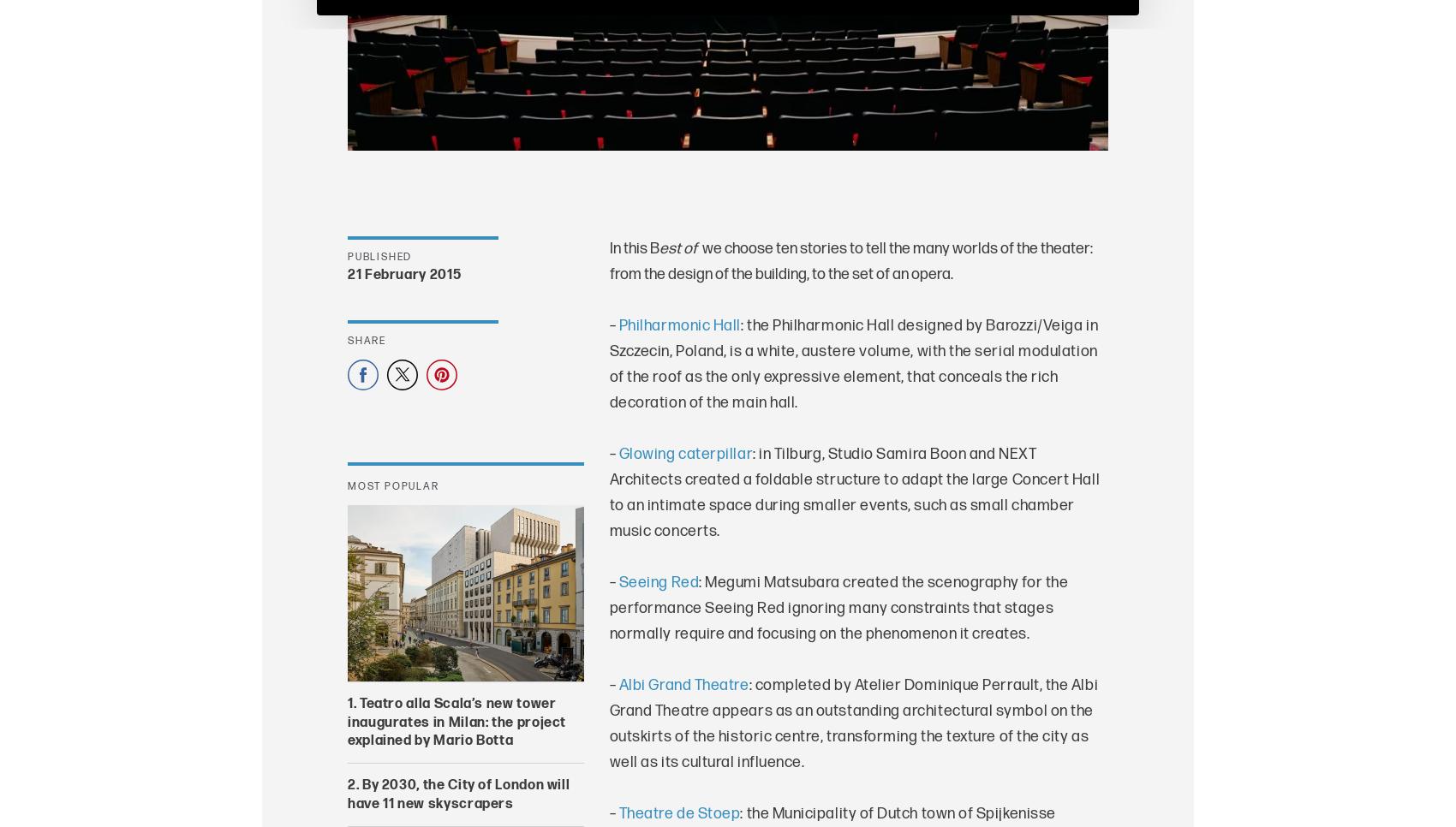 The image size is (1456, 827). What do you see at coordinates (346, 275) in the screenshot?
I see `'21 February 2015'` at bounding box center [346, 275].